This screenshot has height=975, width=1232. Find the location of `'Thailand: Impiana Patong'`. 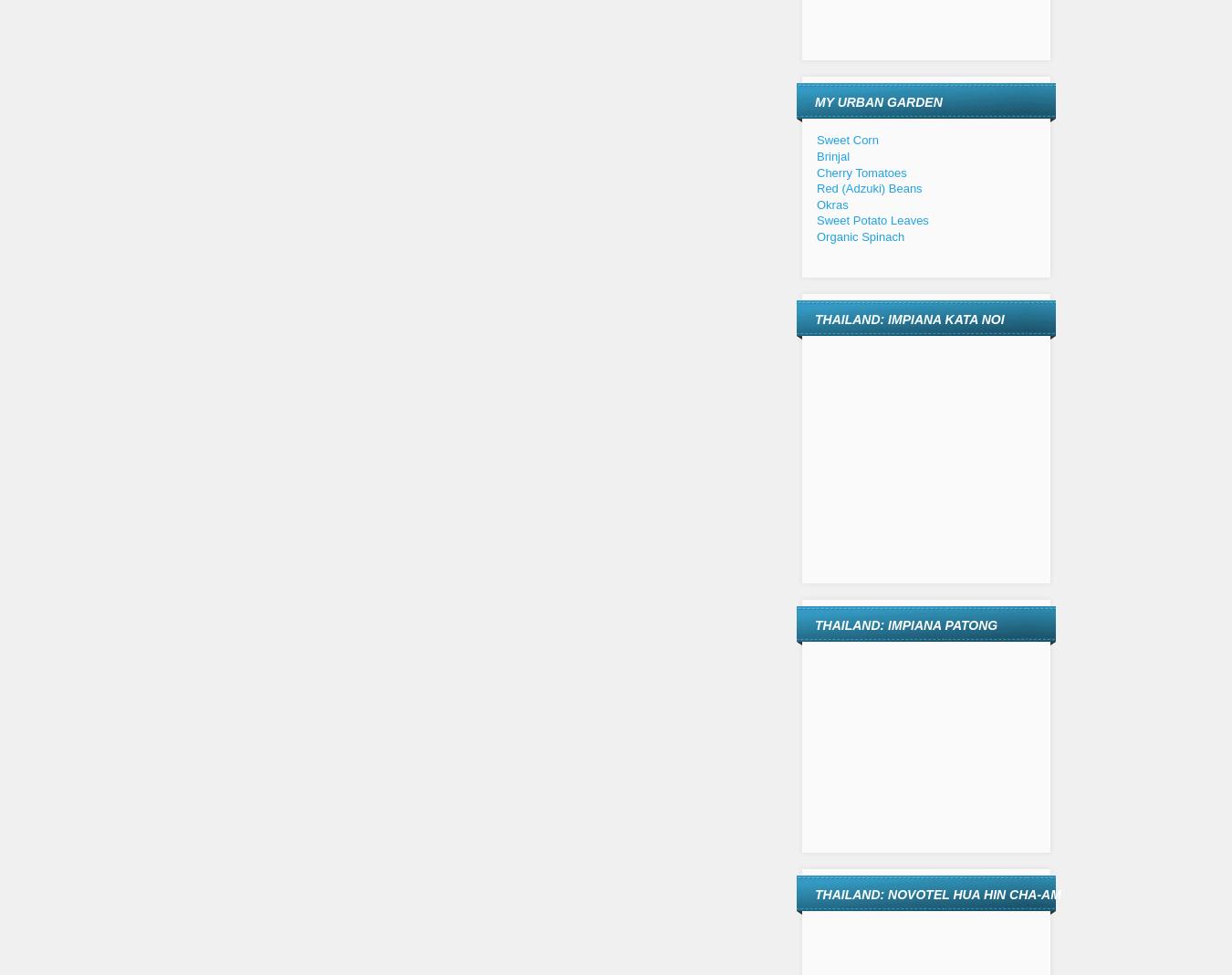

'Thailand: Impiana Patong' is located at coordinates (905, 625).